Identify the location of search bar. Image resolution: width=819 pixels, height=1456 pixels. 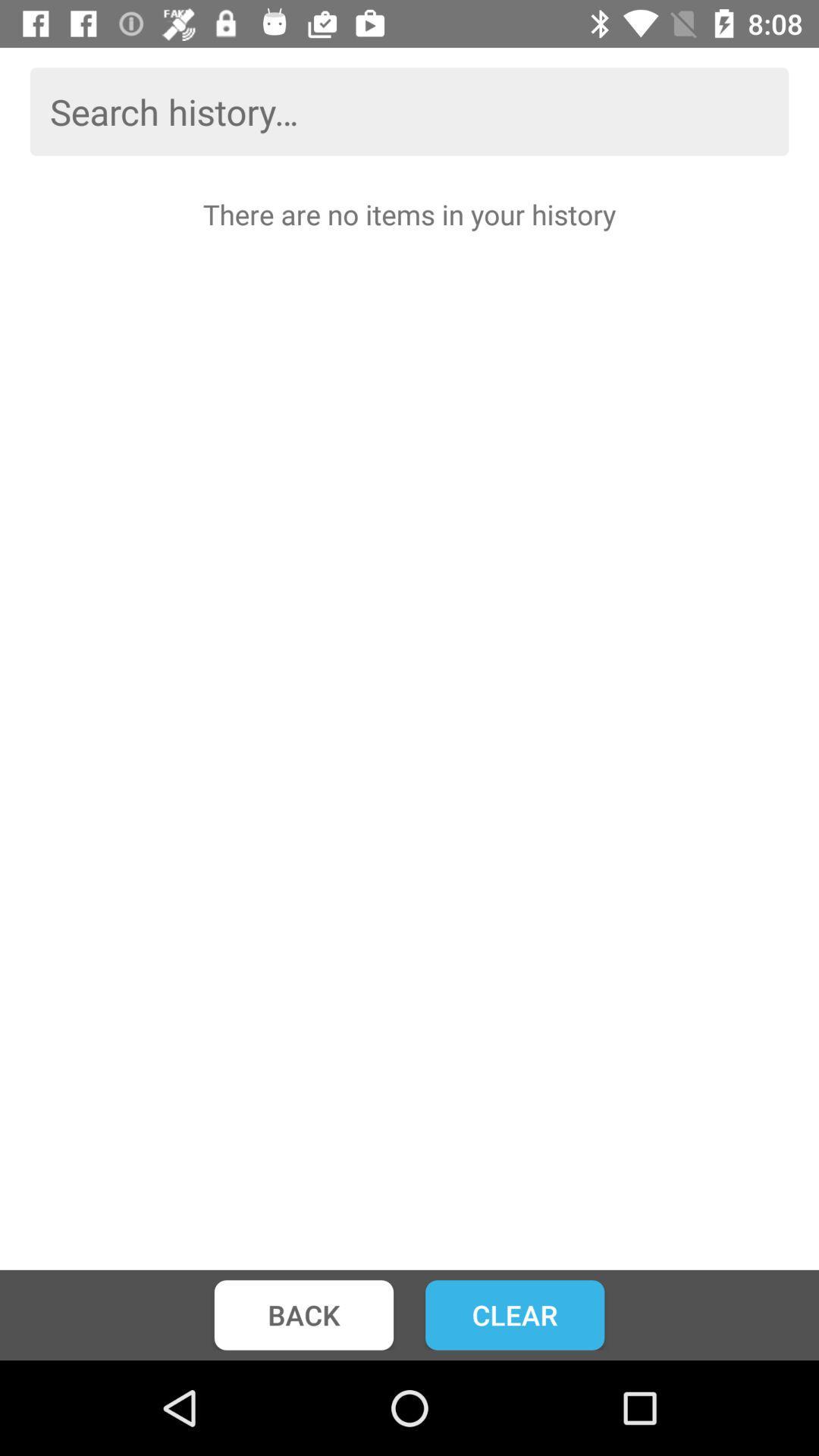
(409, 111).